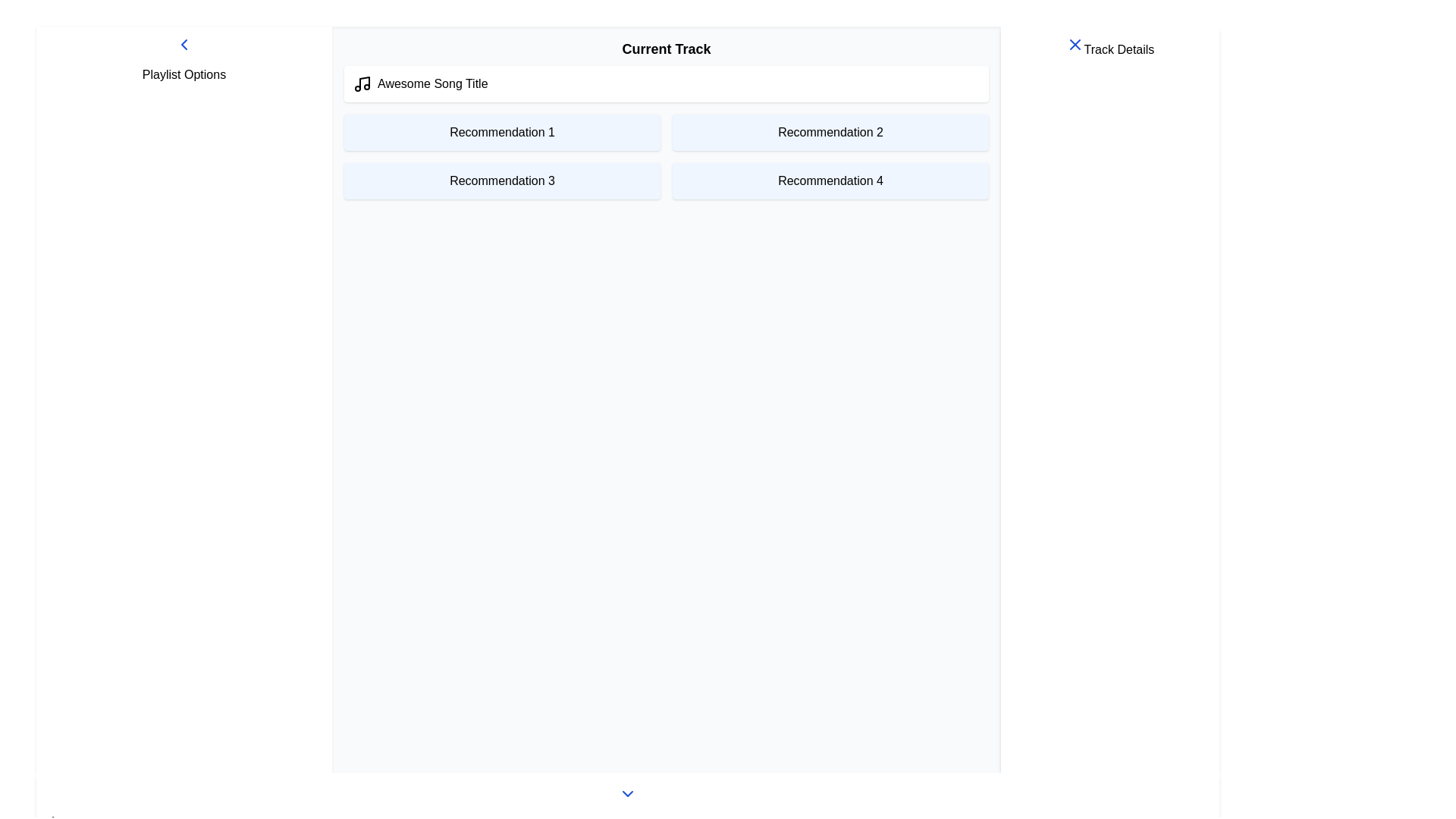  Describe the element at coordinates (830, 131) in the screenshot. I see `the static text recommendation card located in the top row, second column of the recommendations section, which is positioned to the right of 'Recommendation 1' and above 'Recommendation 4'` at that location.